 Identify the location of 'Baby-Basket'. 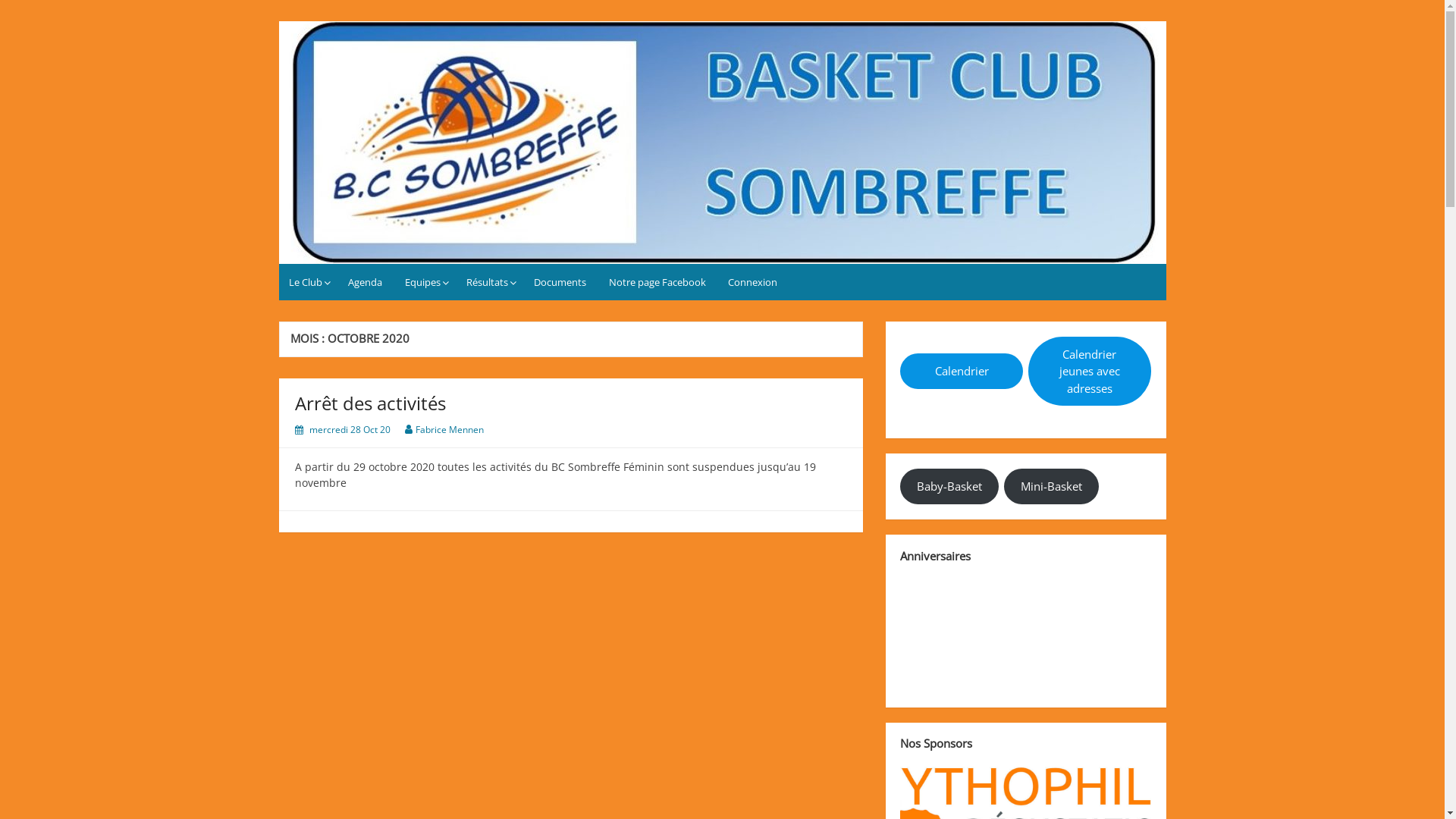
(949, 485).